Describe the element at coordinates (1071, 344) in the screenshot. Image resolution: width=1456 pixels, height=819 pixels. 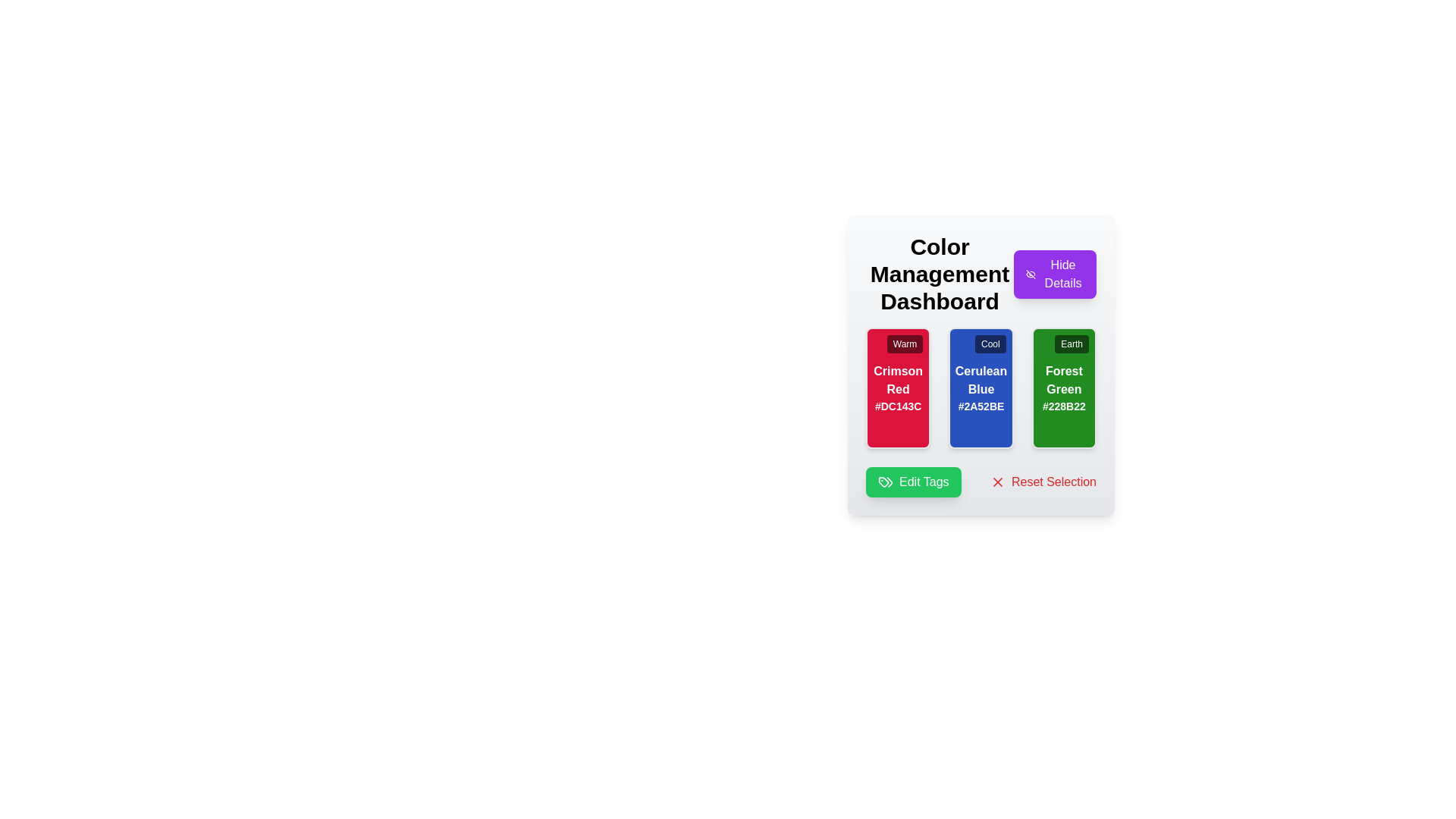
I see `the informational tag located in the top-right corner of the 'Forest Green' card, which serves as a descriptor for the card` at that location.